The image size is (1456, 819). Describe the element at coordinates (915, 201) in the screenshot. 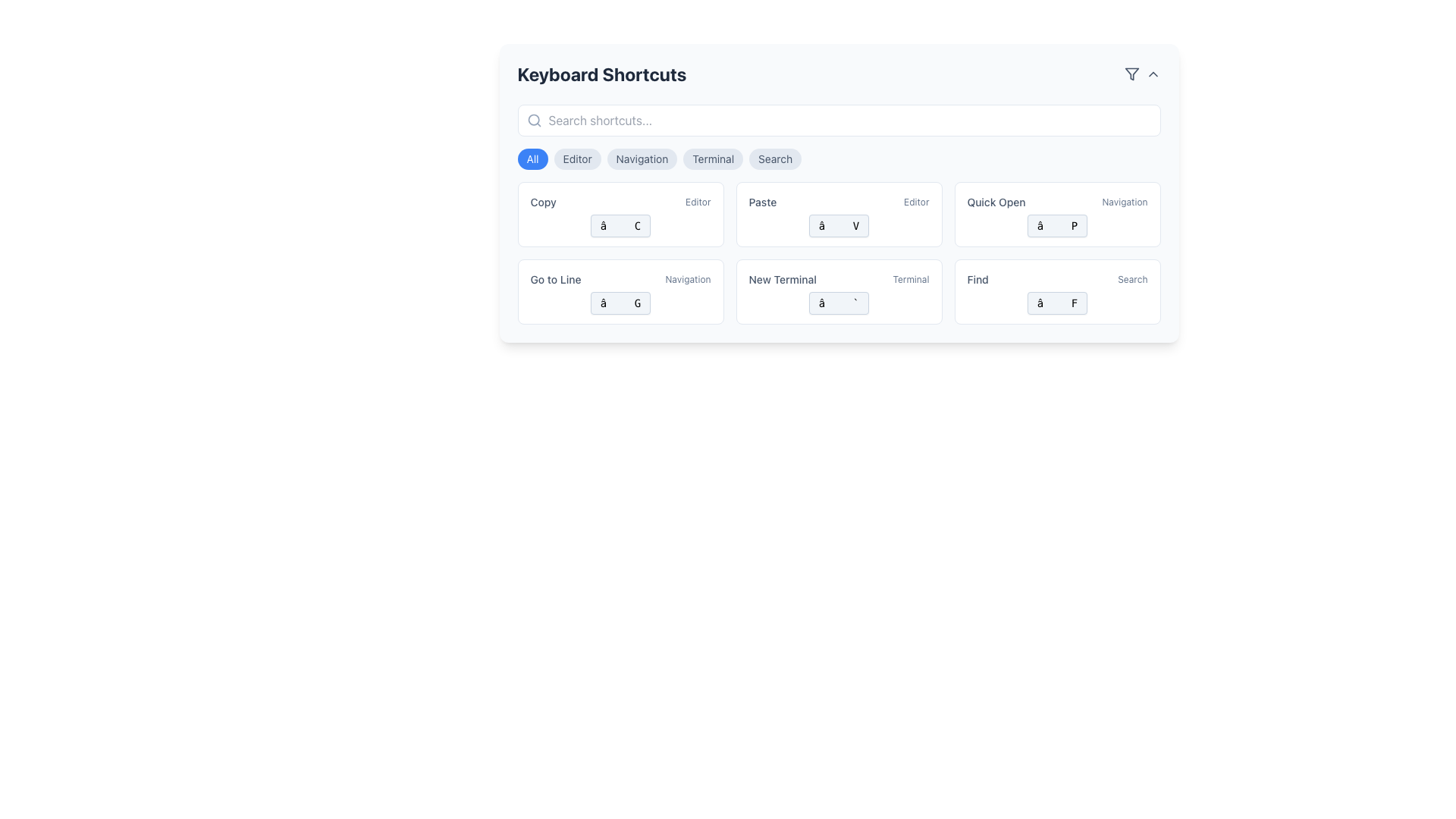

I see `the text label displaying 'Editor', which is styled in gray and located adjacent to the word 'Paste' in the top-middle section of the interface` at that location.